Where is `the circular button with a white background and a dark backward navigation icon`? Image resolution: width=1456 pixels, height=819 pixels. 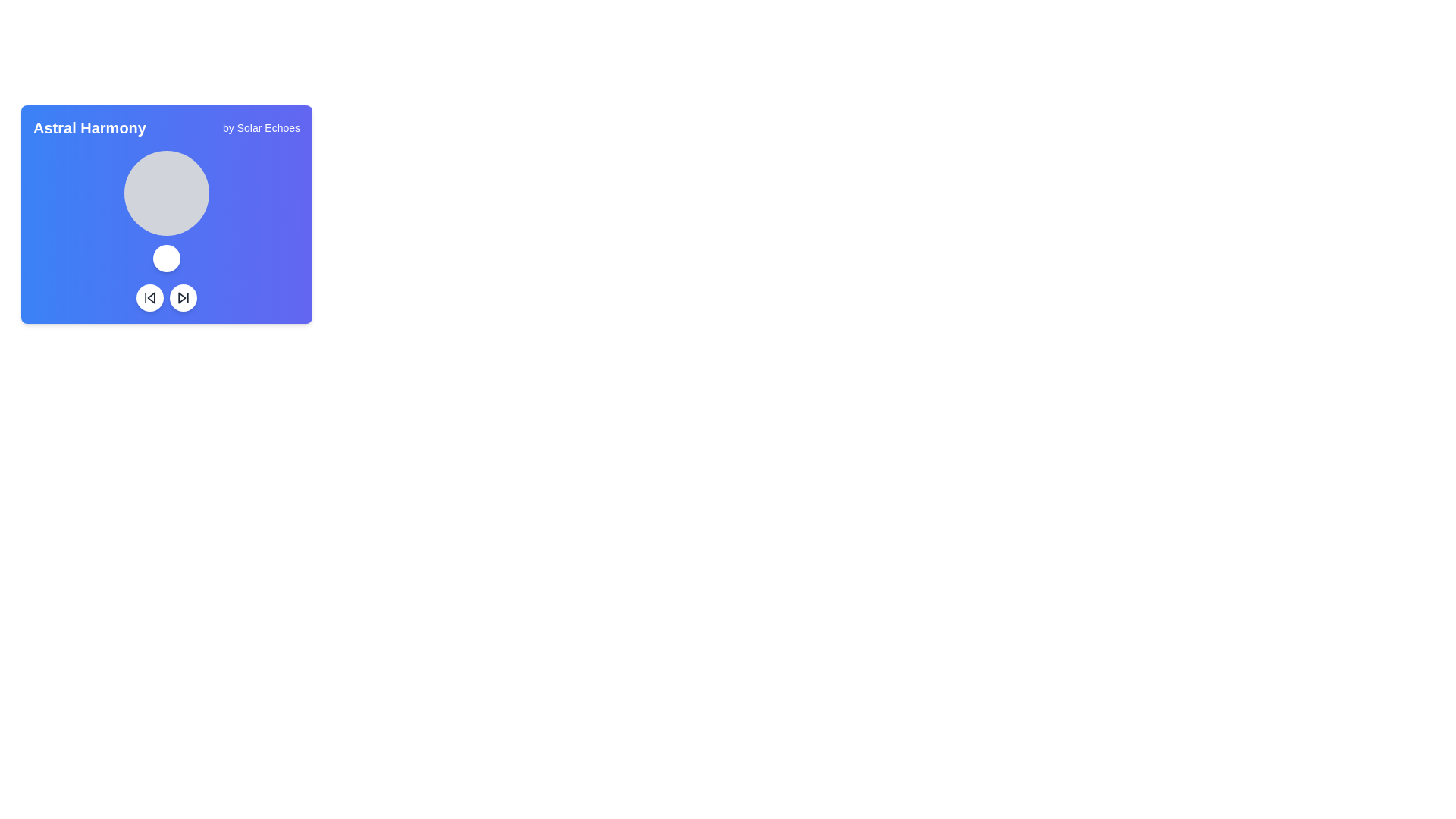
the circular button with a white background and a dark backward navigation icon is located at coordinates (149, 298).